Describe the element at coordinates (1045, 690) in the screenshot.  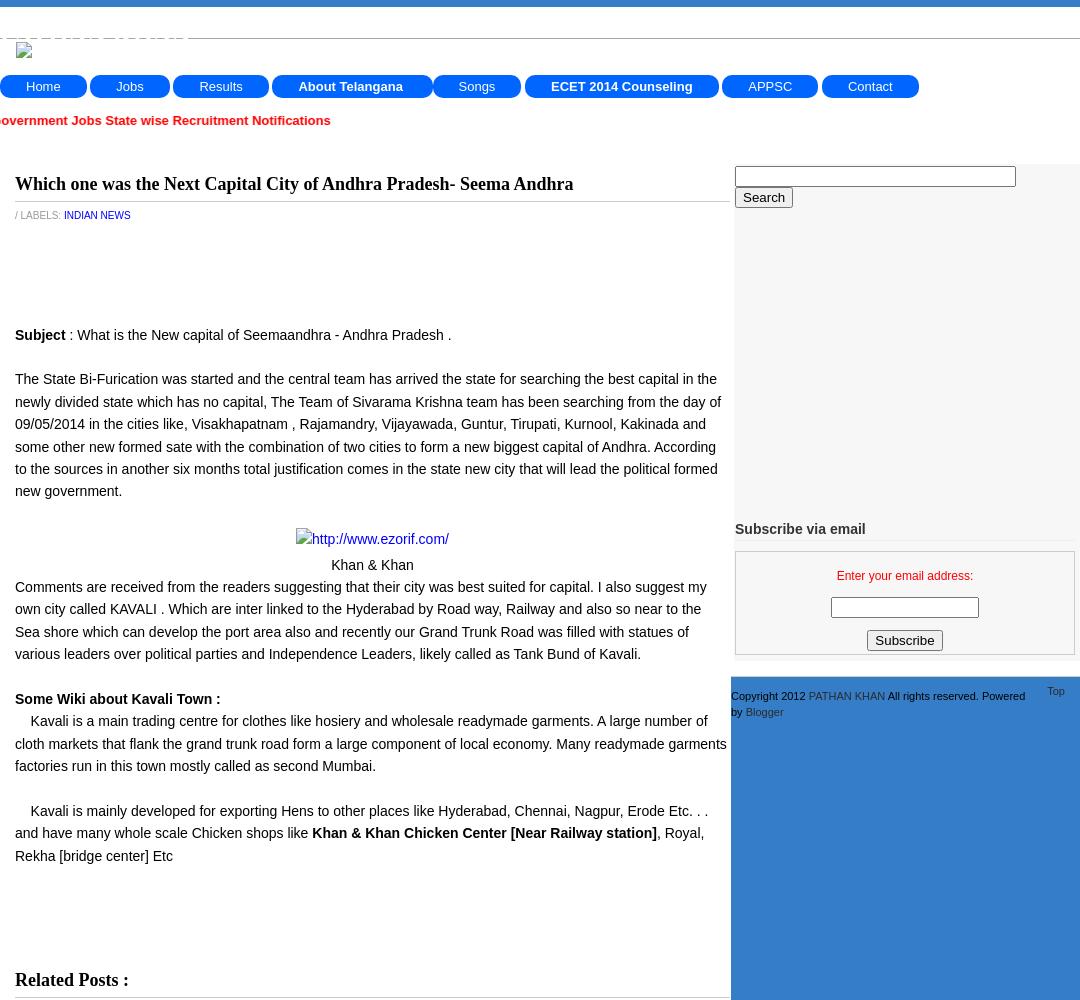
I see `'Top'` at that location.